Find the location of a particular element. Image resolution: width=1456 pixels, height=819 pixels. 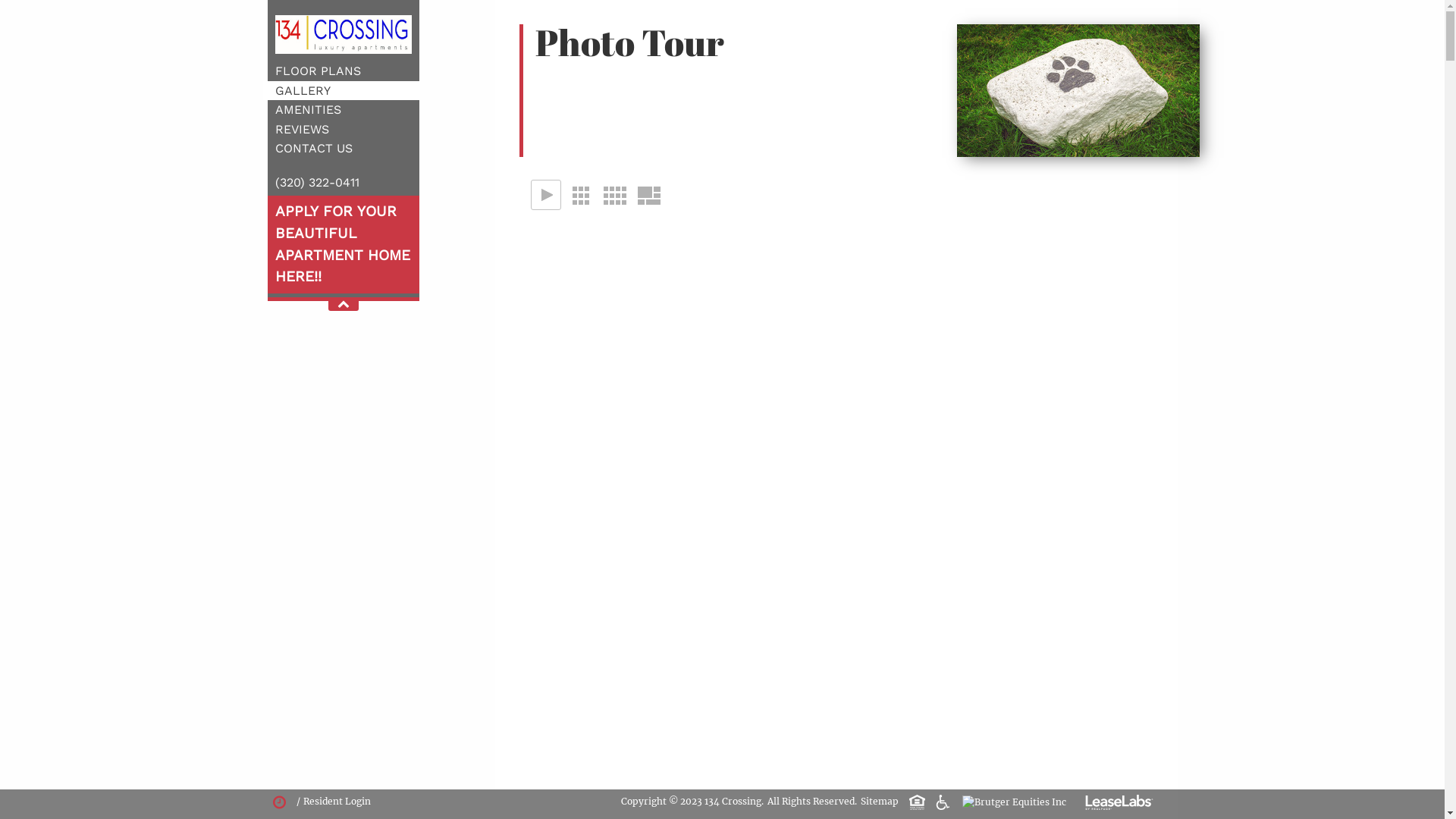

'FLOOR PLANS' is located at coordinates (316, 71).